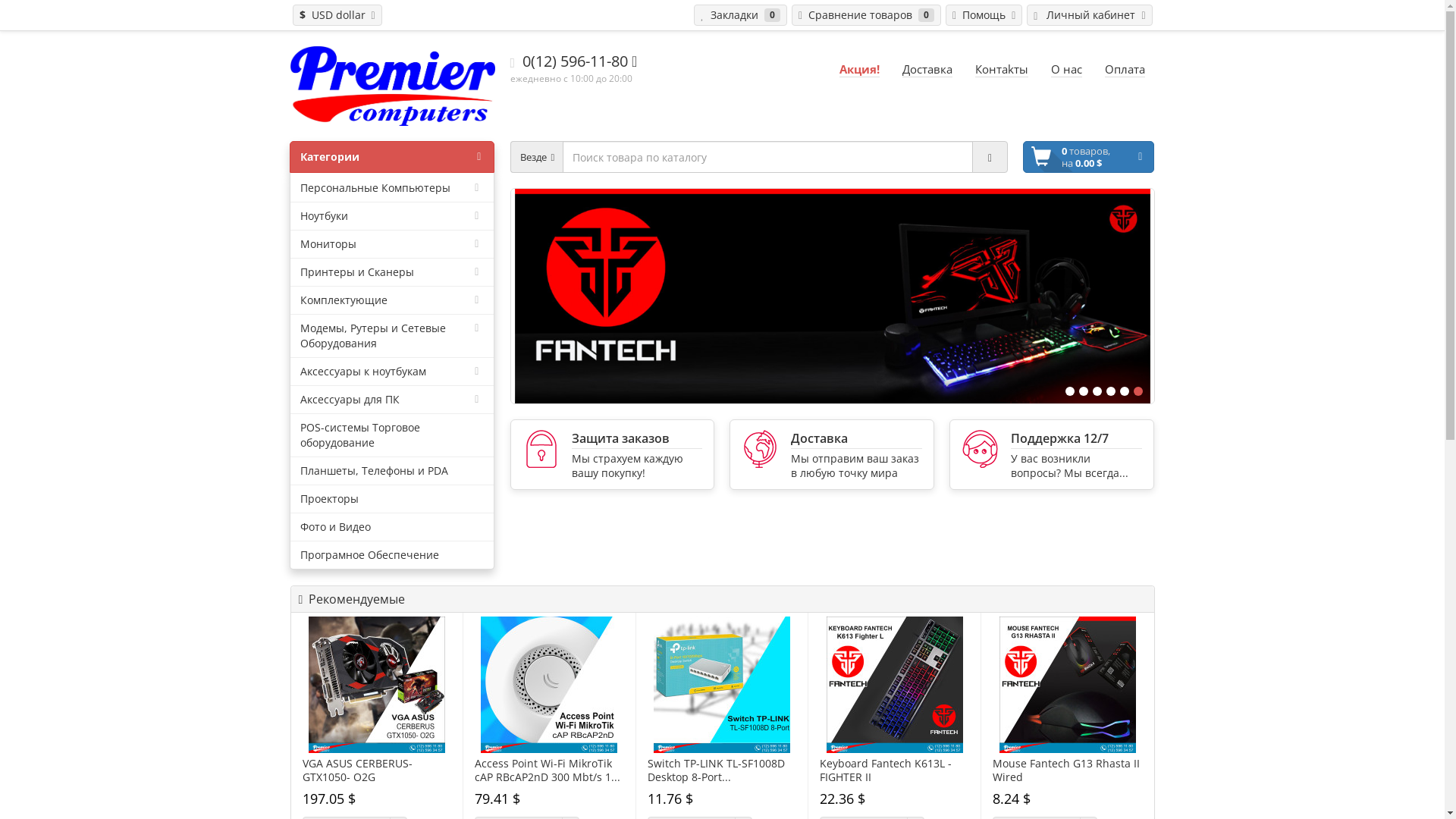  Describe the element at coordinates (392, 86) in the screenshot. I see `'Premier Computers'` at that location.